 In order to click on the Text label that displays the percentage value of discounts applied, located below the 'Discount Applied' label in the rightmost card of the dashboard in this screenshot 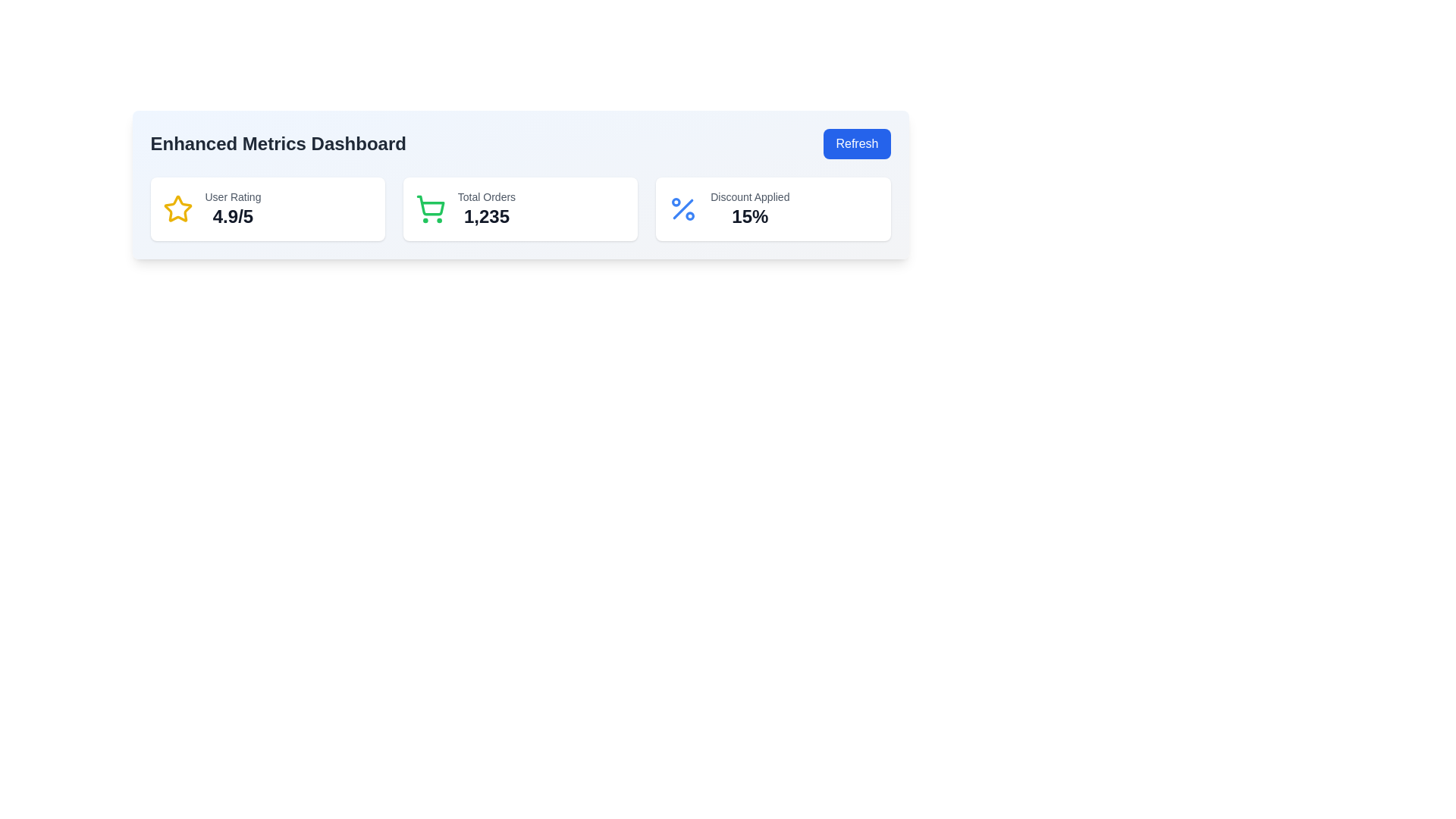, I will do `click(750, 216)`.